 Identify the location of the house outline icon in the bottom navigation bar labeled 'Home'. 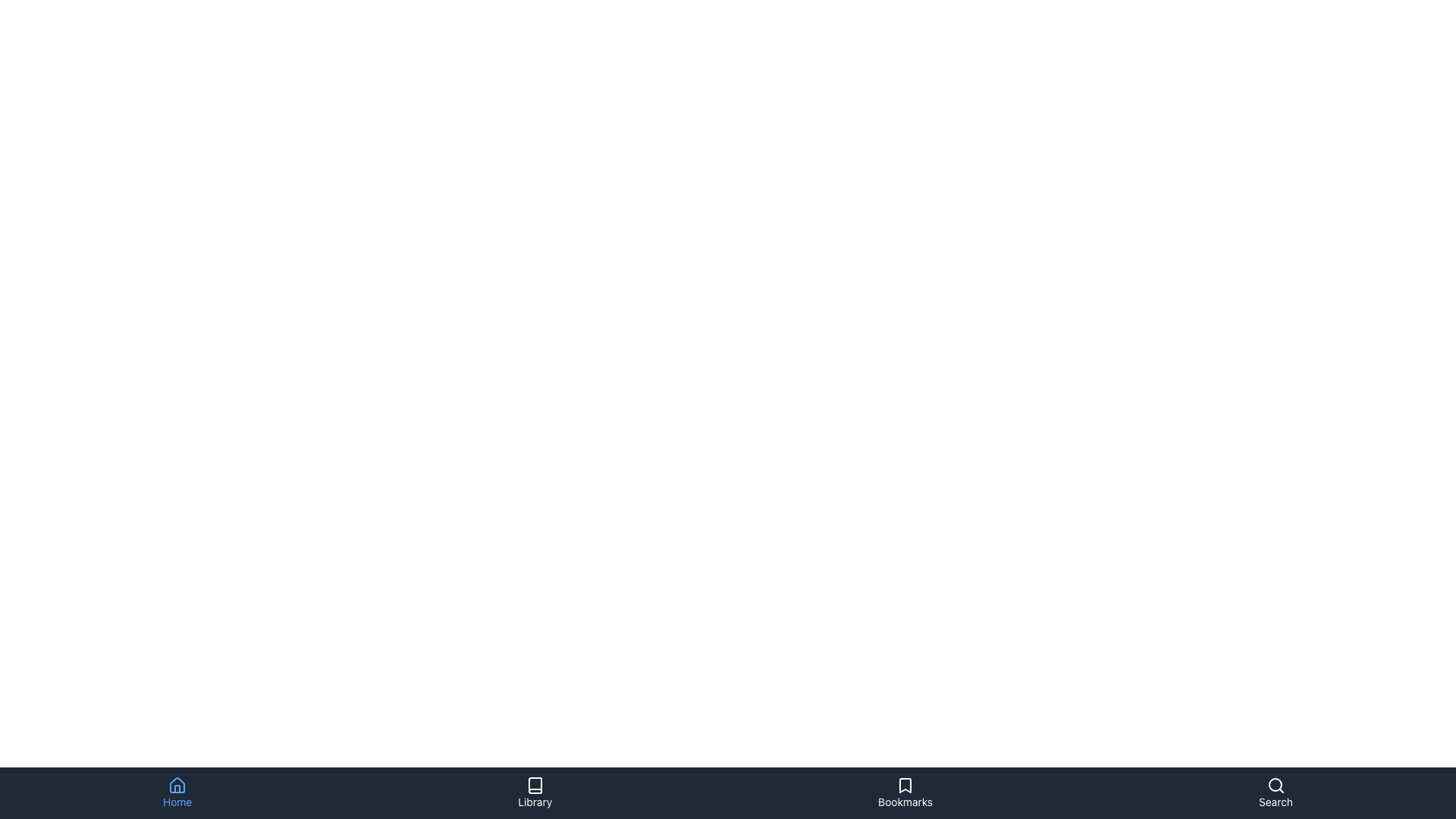
(177, 785).